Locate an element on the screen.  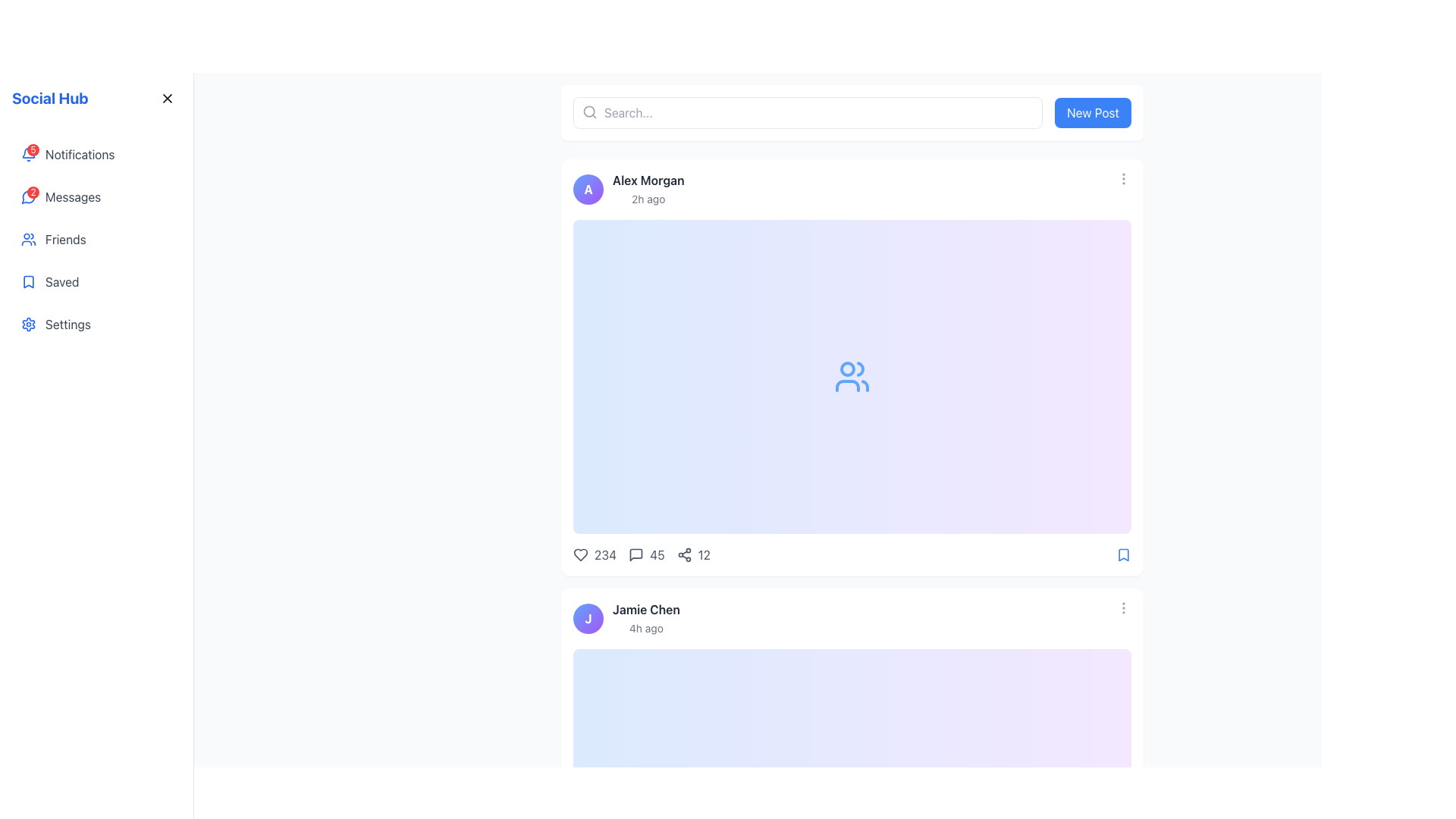
the 'Notifications' text label in the sidebar menu, which is displayed in gray color and aligned to the right of the notification bell icon with a red badge is located at coordinates (79, 155).